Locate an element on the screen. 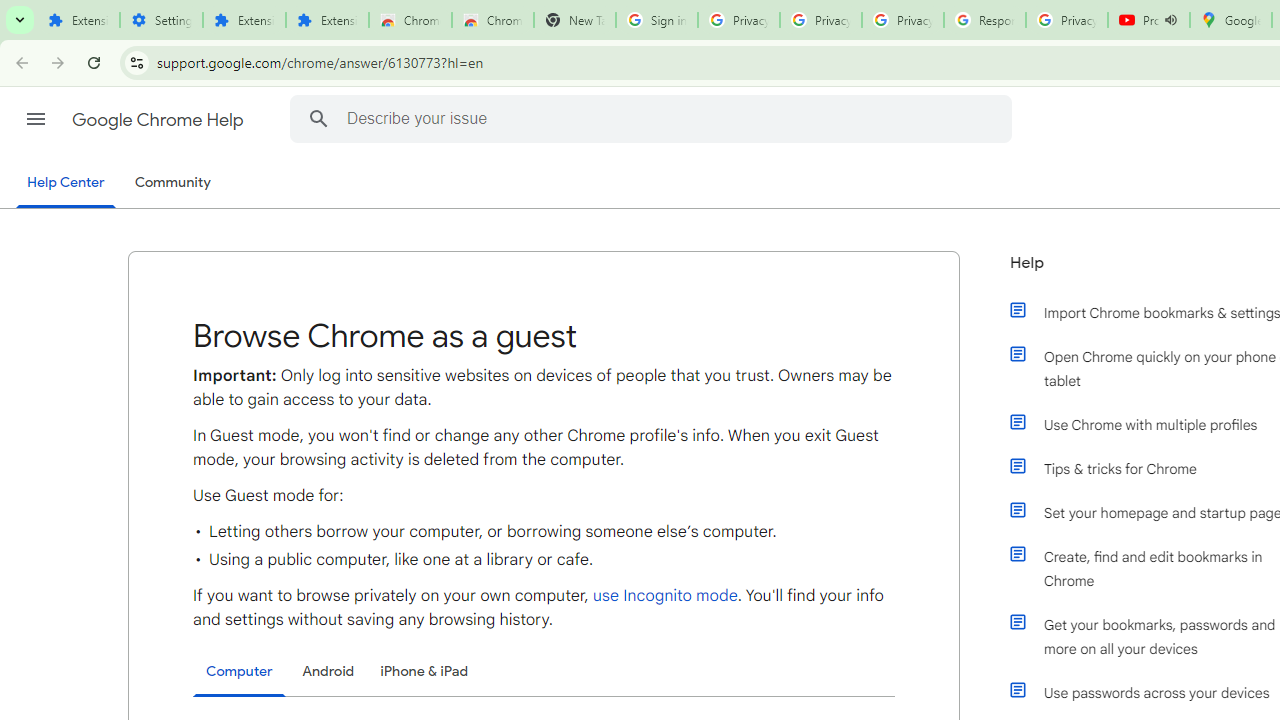  'iPhone & iPad' is located at coordinates (423, 671).